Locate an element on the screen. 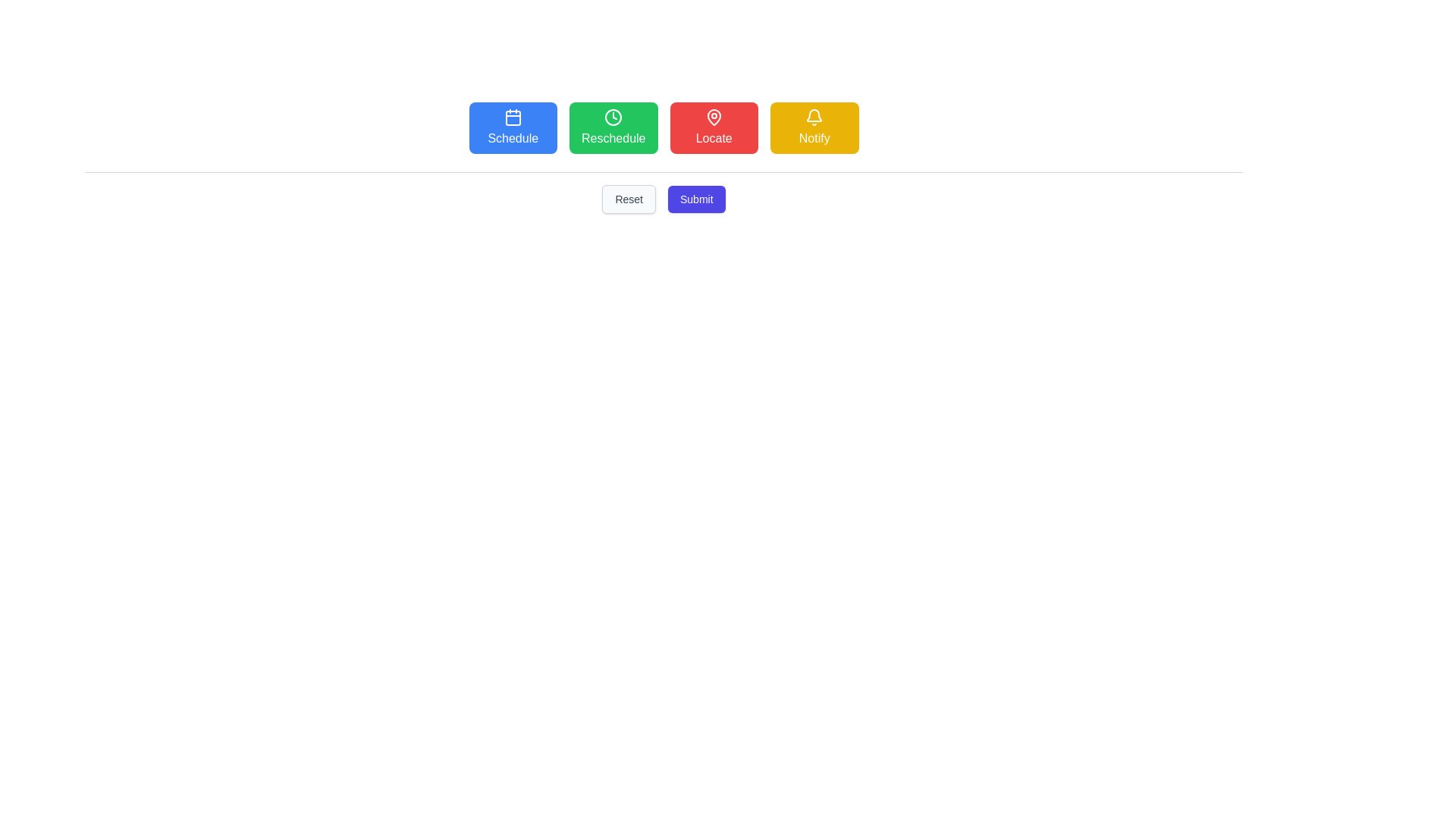 The height and width of the screenshot is (819, 1456). the reschedule icon located within the green 'Reschedule' button, centered above the text label 'Reschedule' is located at coordinates (613, 116).